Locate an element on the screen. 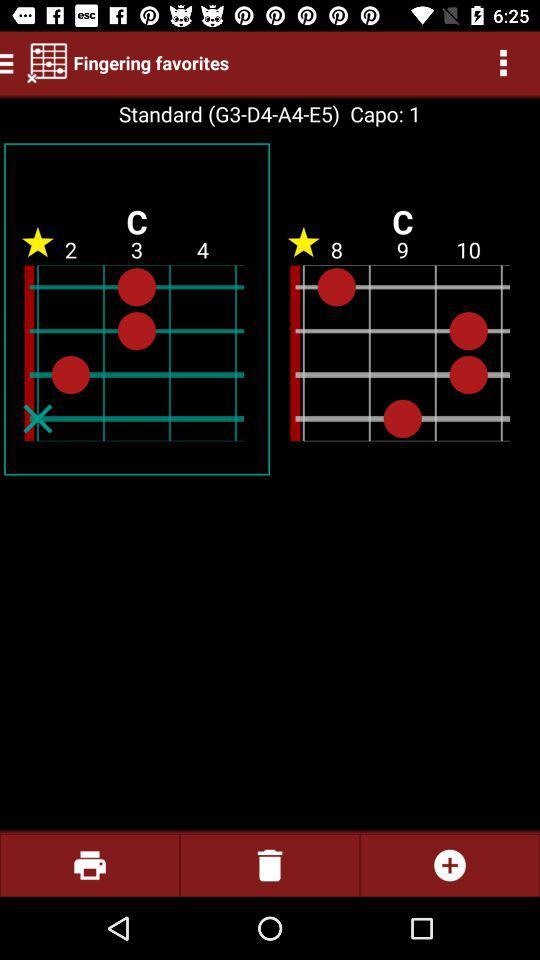  the menu icon is located at coordinates (9, 62).